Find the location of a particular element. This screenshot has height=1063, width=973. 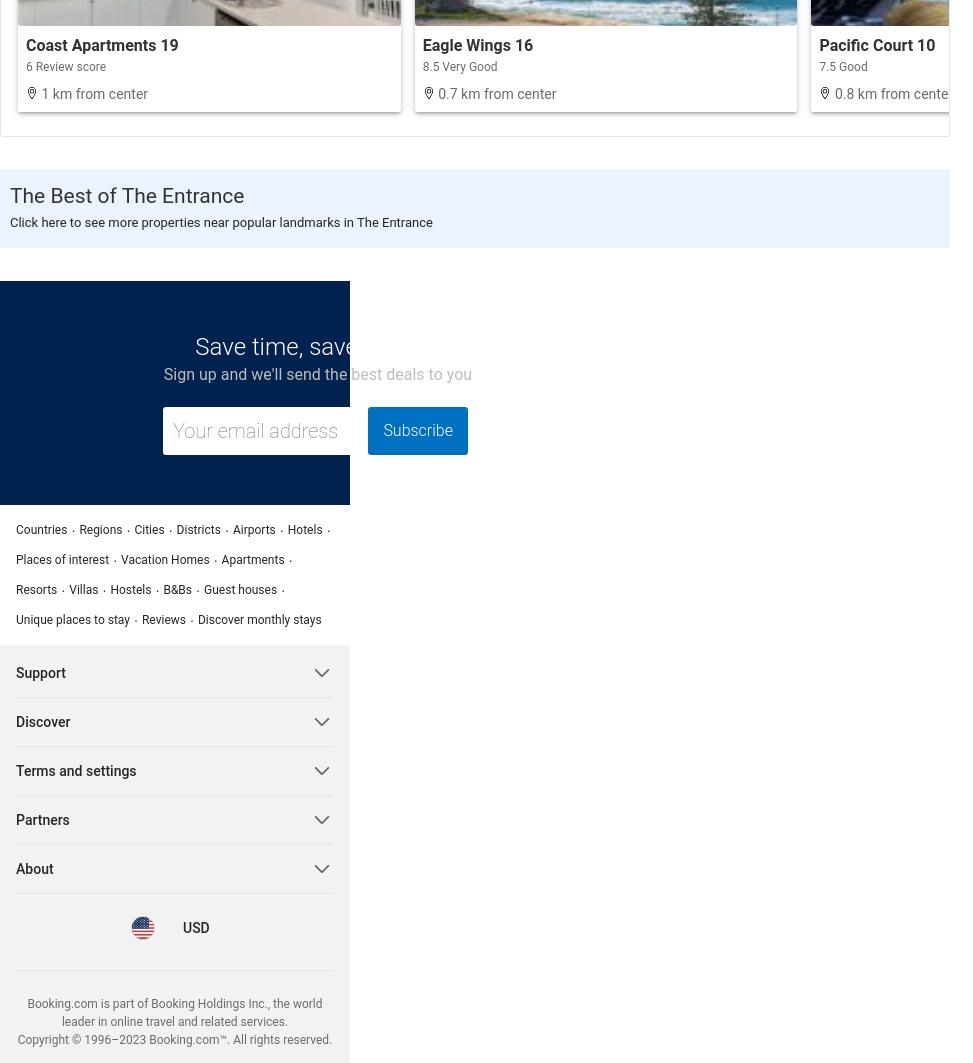

'Hostels' is located at coordinates (129, 588).